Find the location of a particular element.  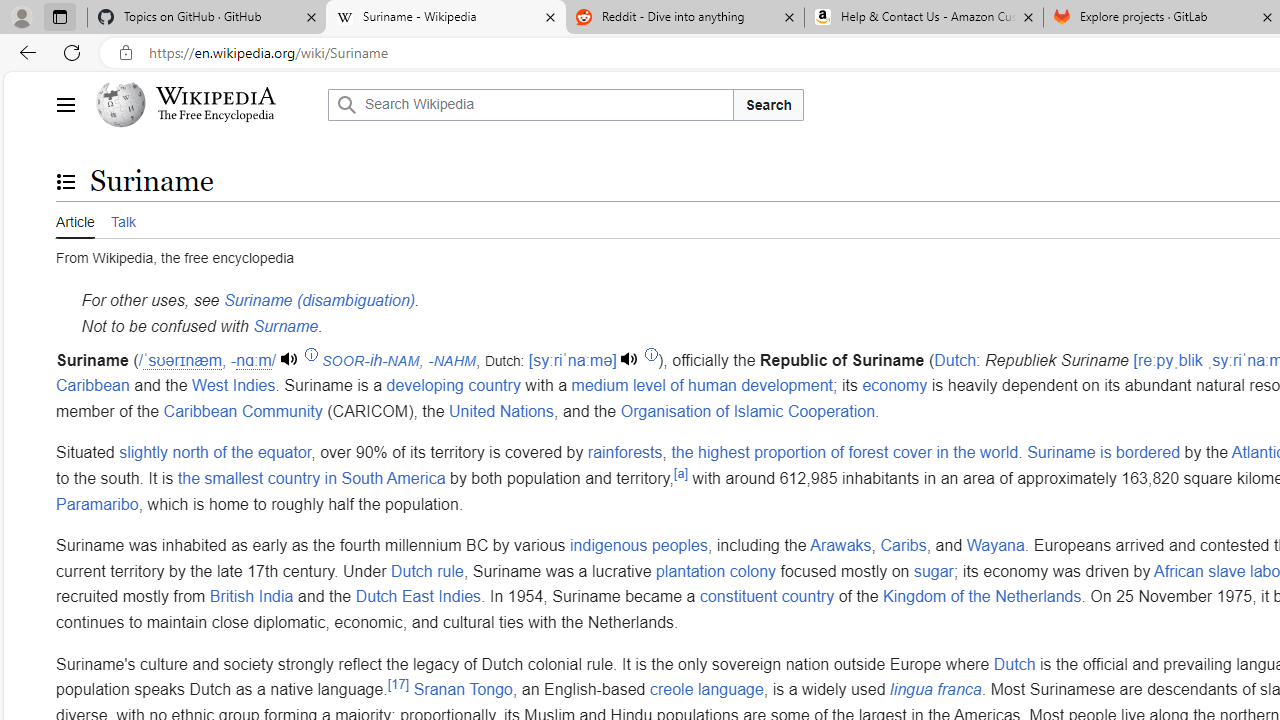

'Talk' is located at coordinates (121, 219).